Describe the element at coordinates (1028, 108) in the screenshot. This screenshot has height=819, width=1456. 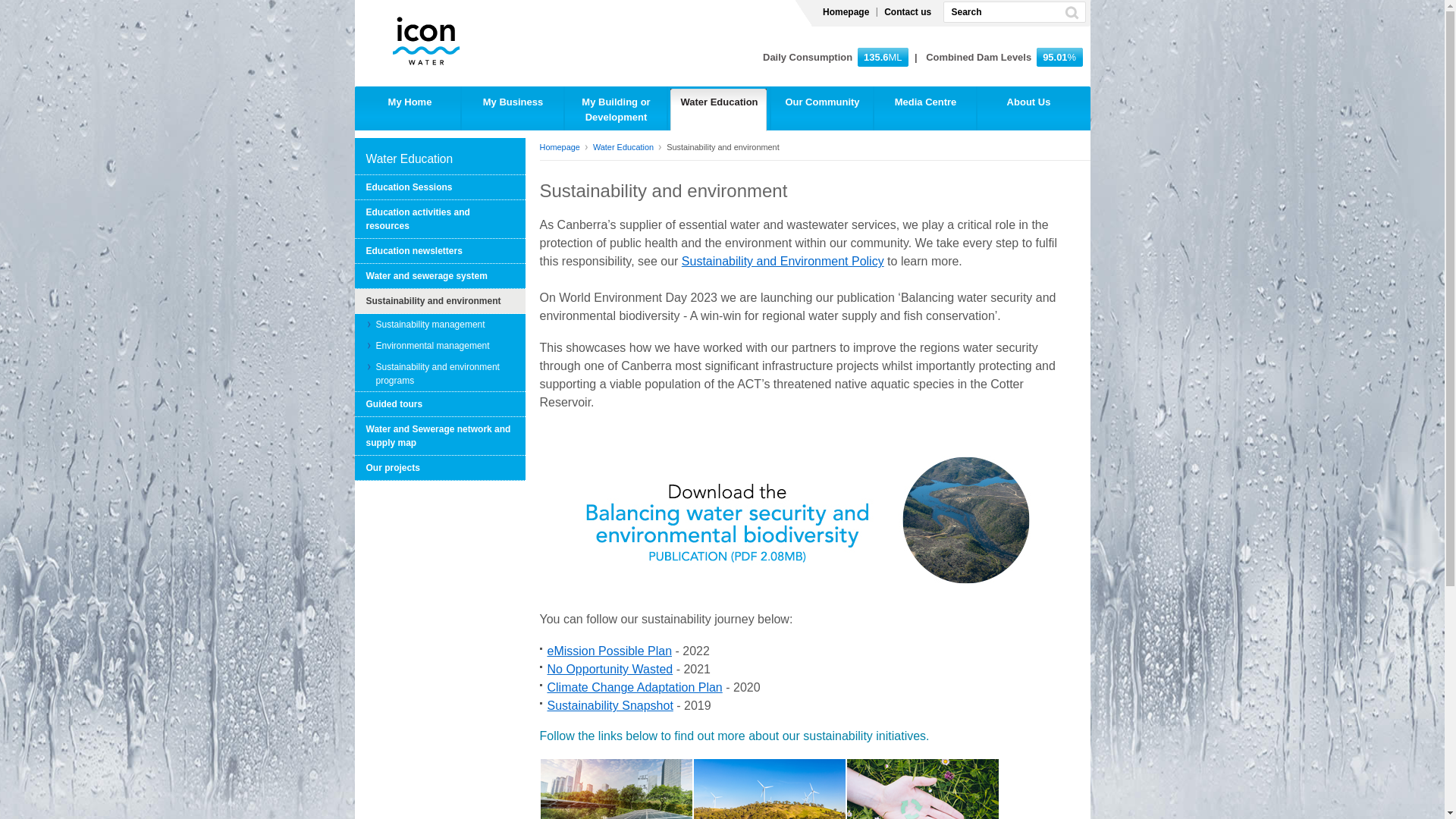
I see `'About Us'` at that location.